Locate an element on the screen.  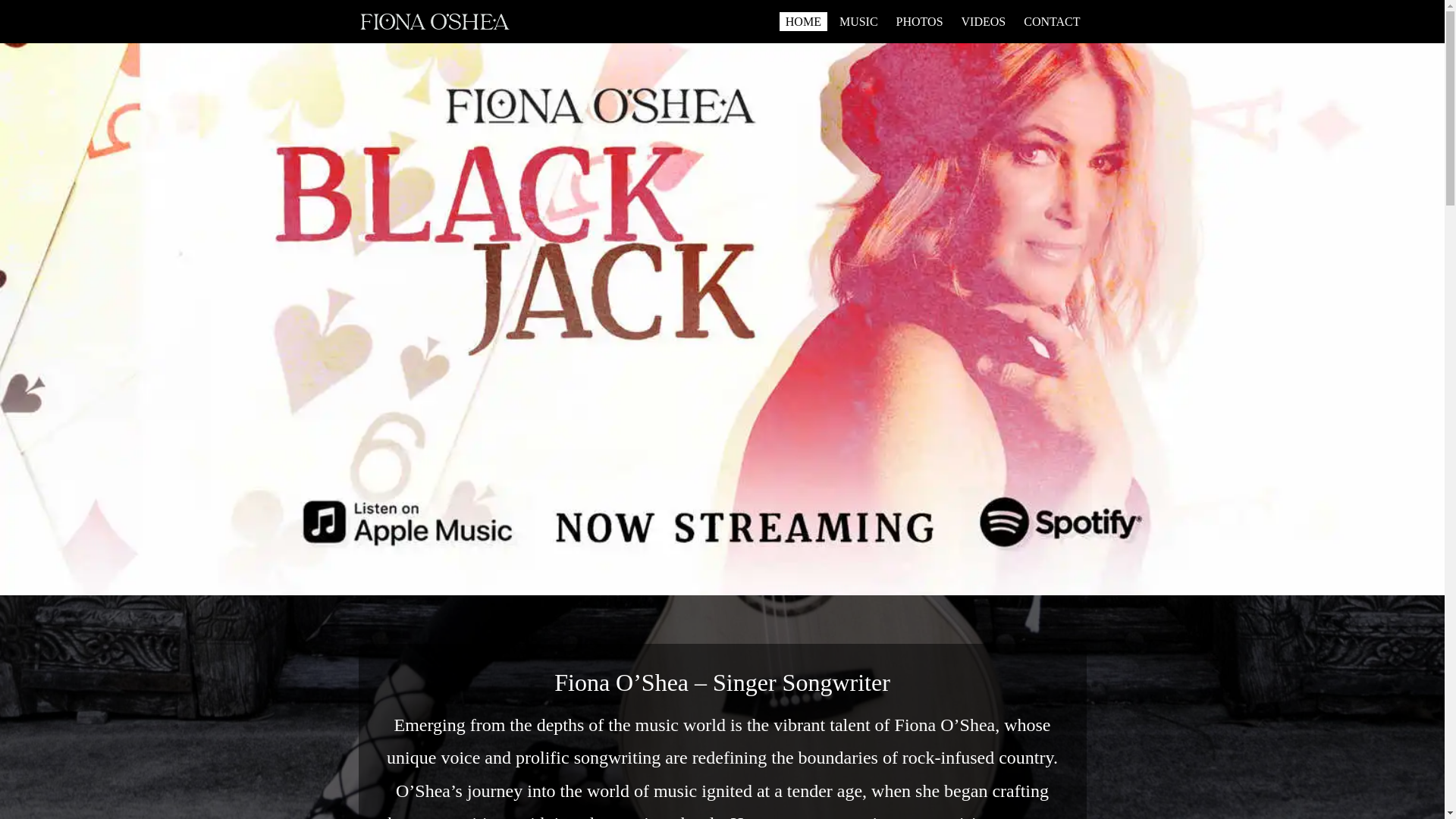
'CONTACT' is located at coordinates (1051, 22).